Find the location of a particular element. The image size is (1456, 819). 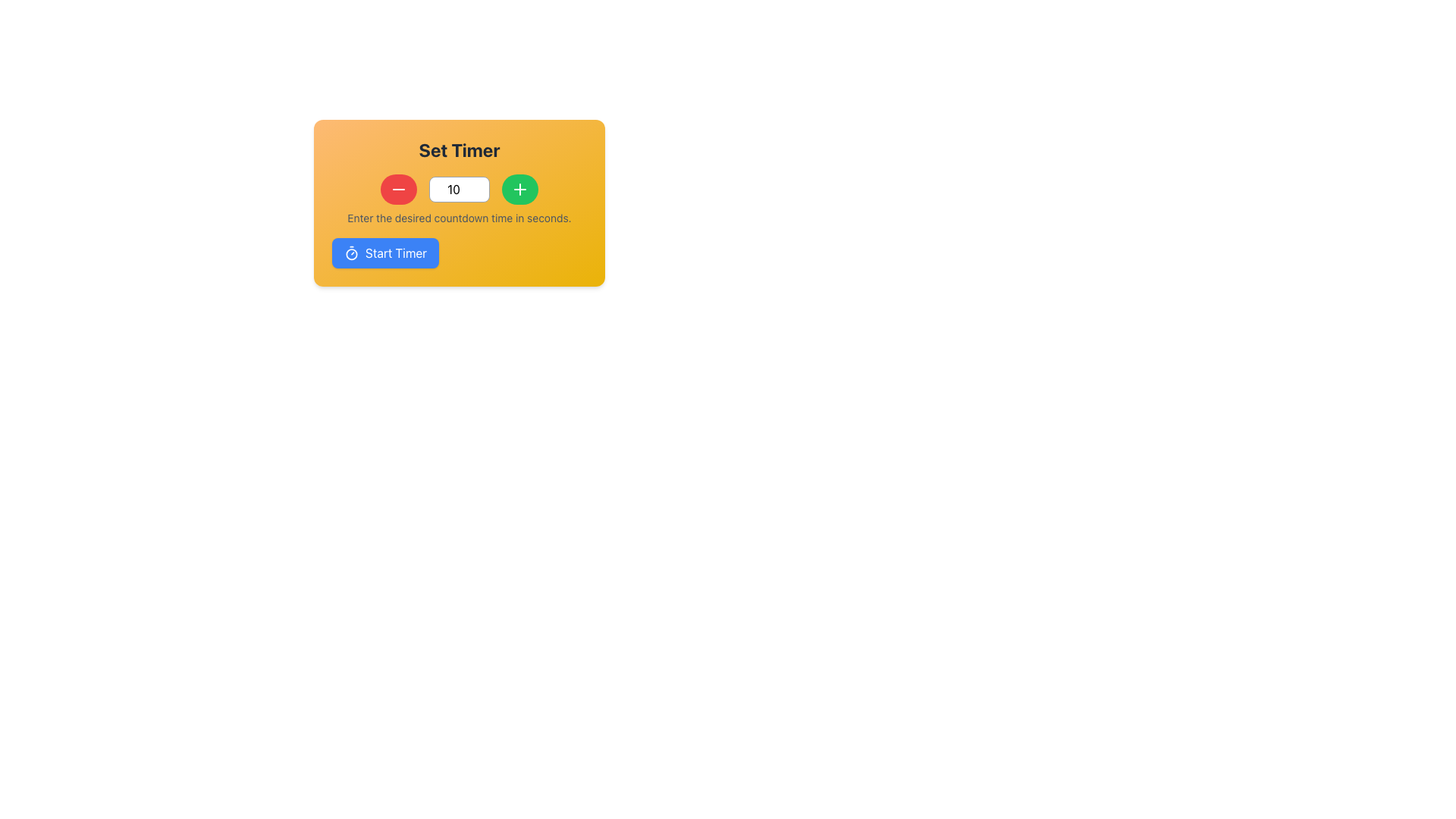

the Circular SVG element, which is a small circle with a radius of 8 units, located within the 'Start Timer' button's timer icon is located at coordinates (351, 253).